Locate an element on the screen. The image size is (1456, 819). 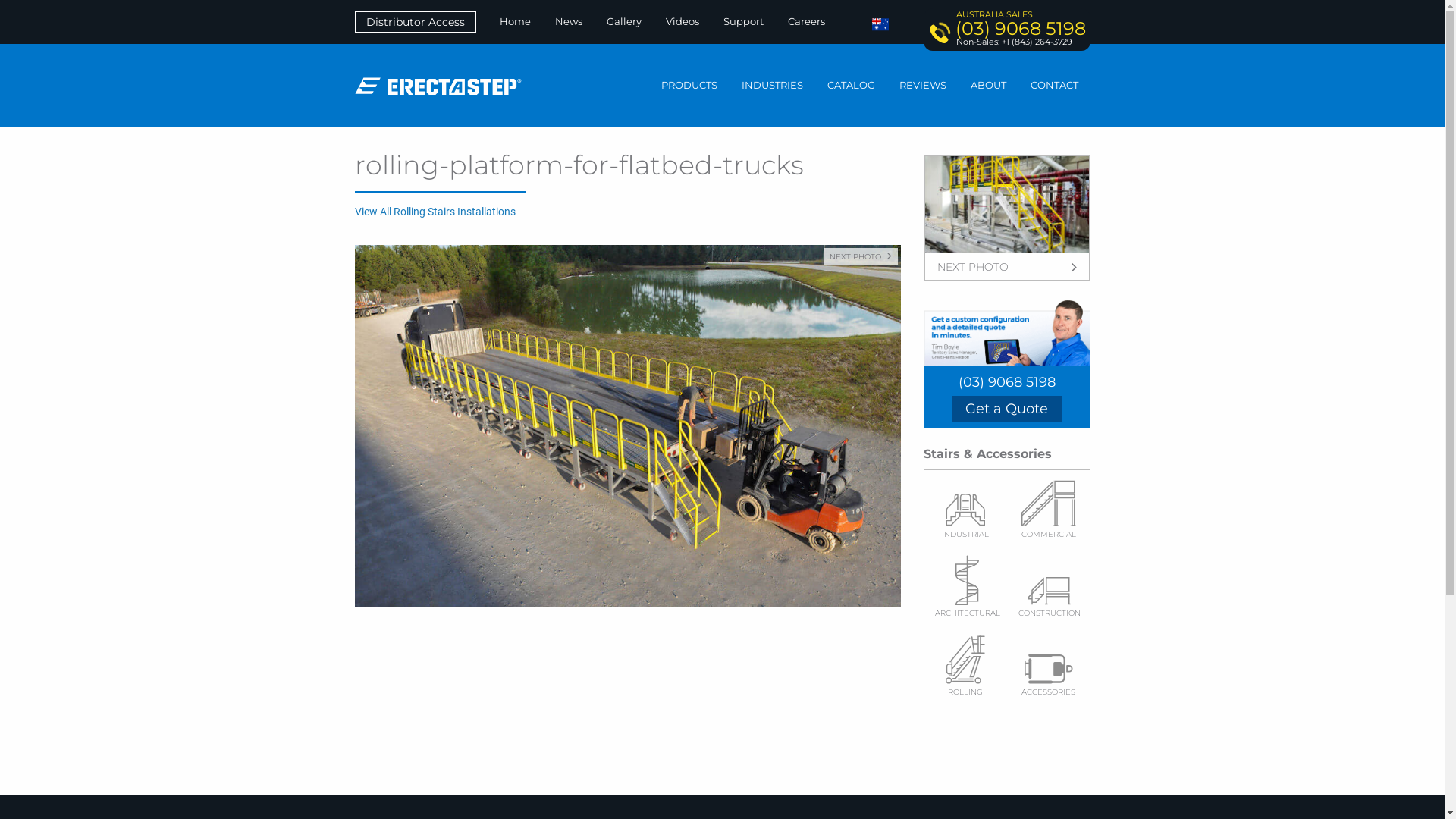
'Videos' is located at coordinates (682, 21).